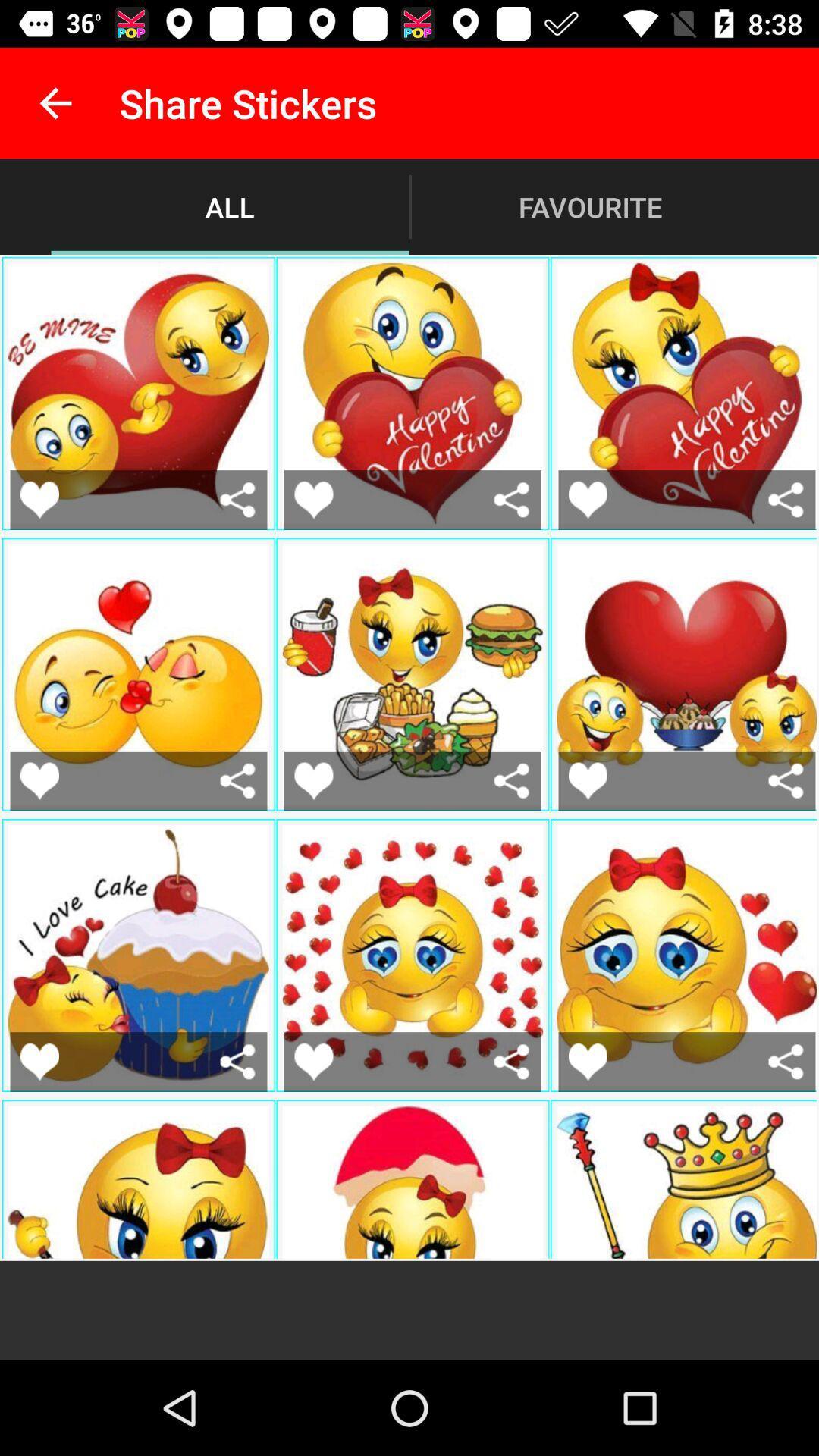 The height and width of the screenshot is (1456, 819). What do you see at coordinates (237, 1061) in the screenshot?
I see `share` at bounding box center [237, 1061].